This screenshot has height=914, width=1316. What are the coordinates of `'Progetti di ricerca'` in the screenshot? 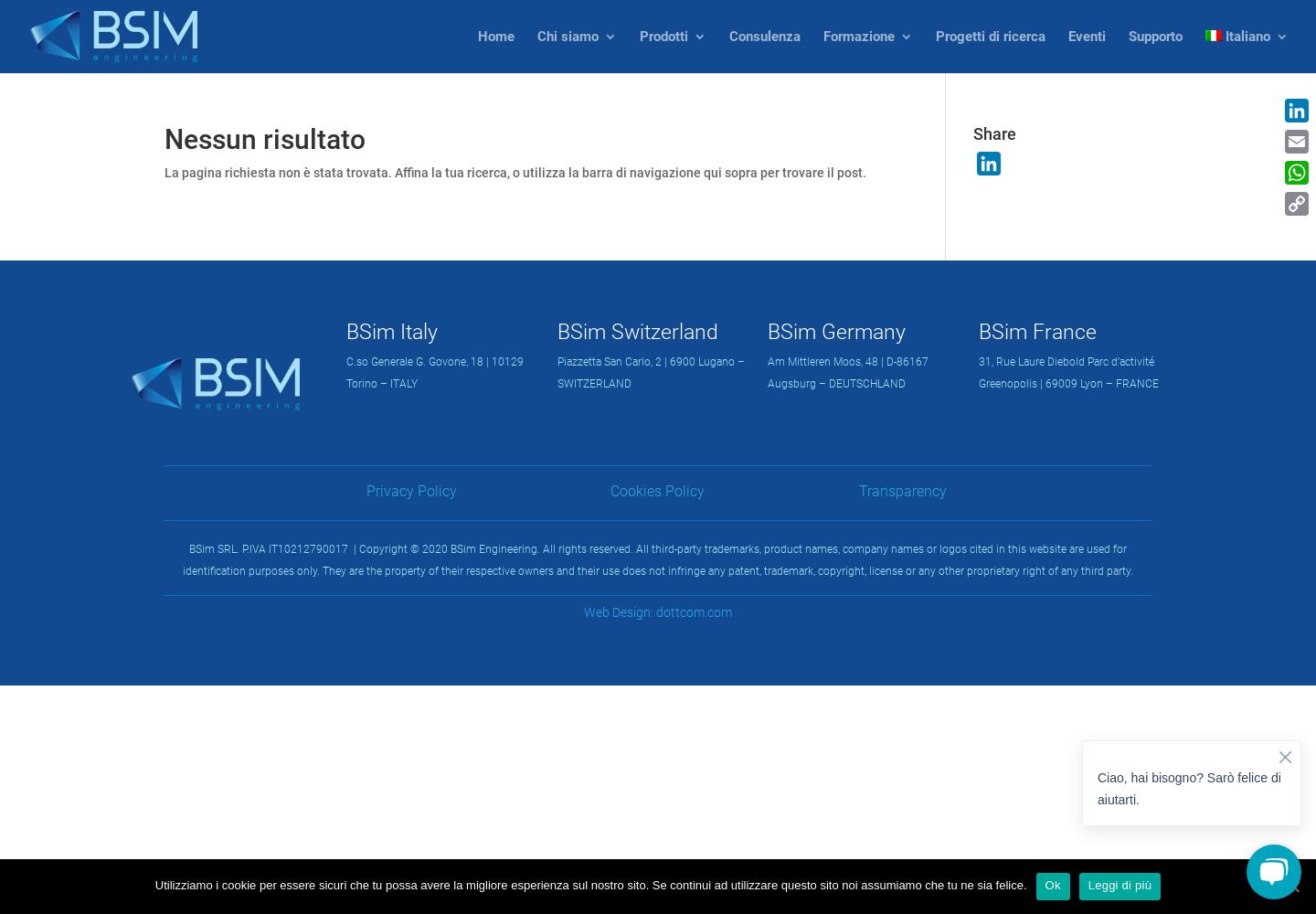 It's located at (989, 37).